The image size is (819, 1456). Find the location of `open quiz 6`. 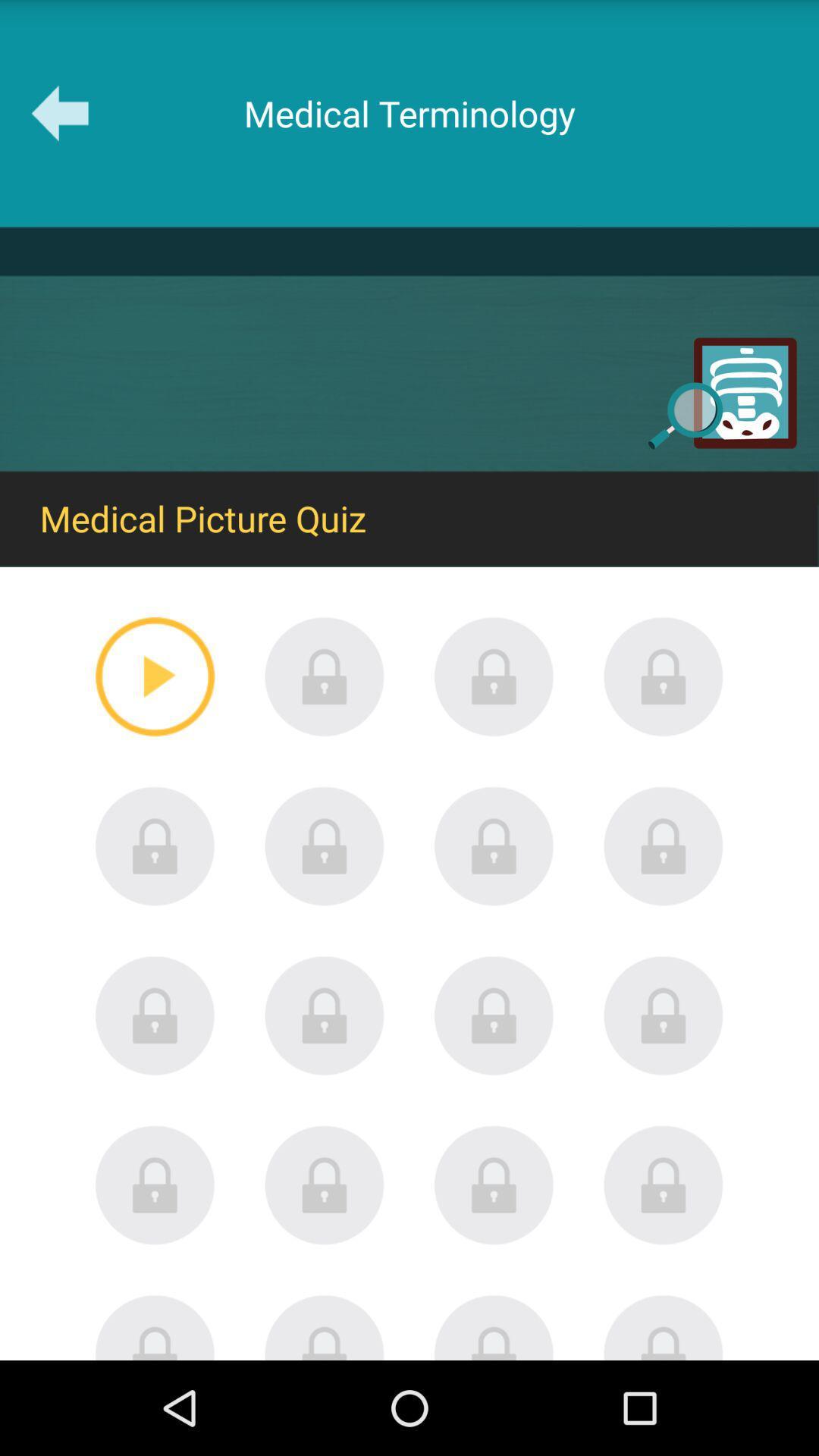

open quiz 6 is located at coordinates (324, 846).